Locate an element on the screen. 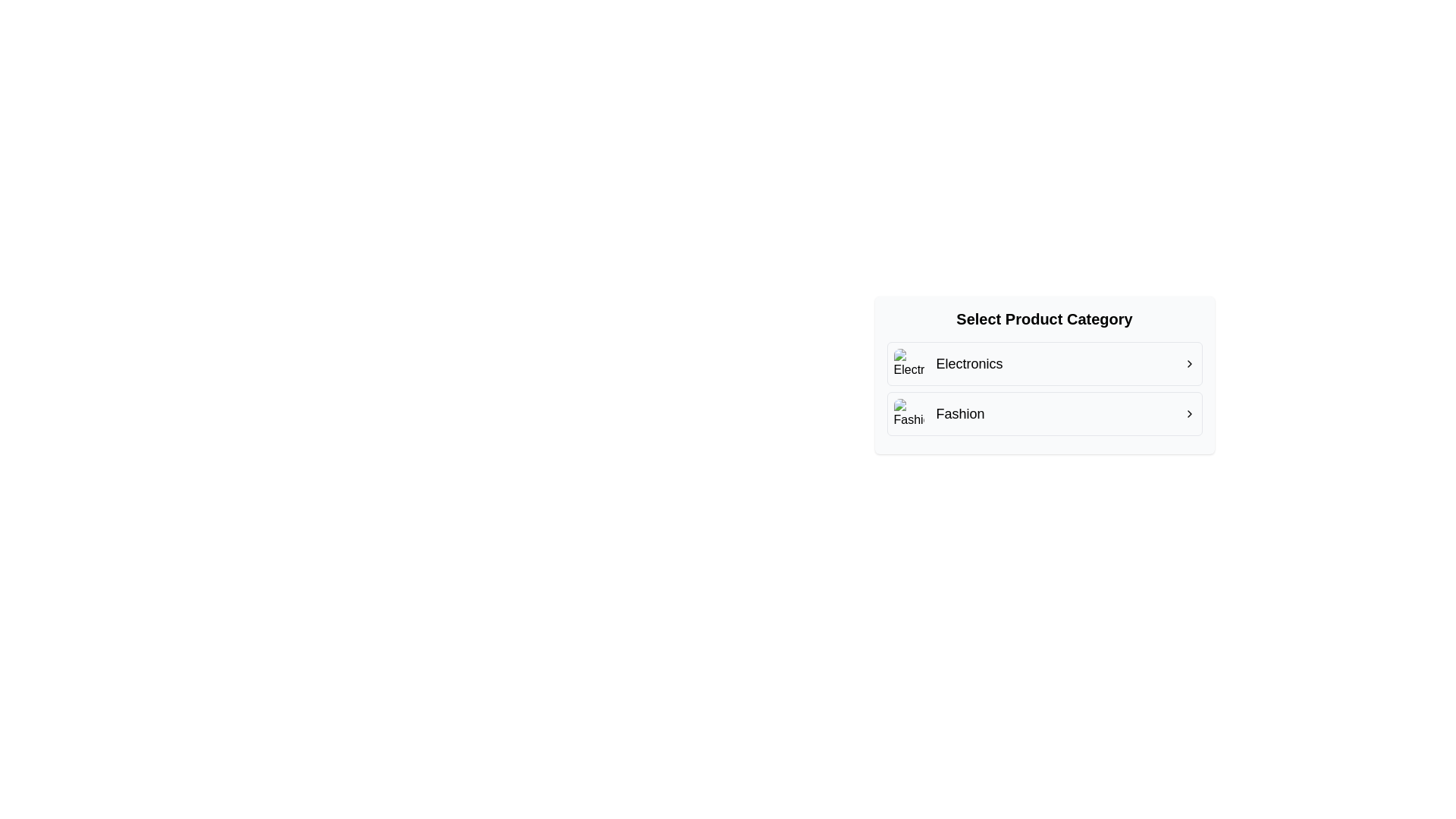 Image resolution: width=1456 pixels, height=819 pixels. the 'Electronics' text label, which is styled with medium weight black font and positioned adjacent to a small icon and a rightward arrow icon is located at coordinates (968, 363).